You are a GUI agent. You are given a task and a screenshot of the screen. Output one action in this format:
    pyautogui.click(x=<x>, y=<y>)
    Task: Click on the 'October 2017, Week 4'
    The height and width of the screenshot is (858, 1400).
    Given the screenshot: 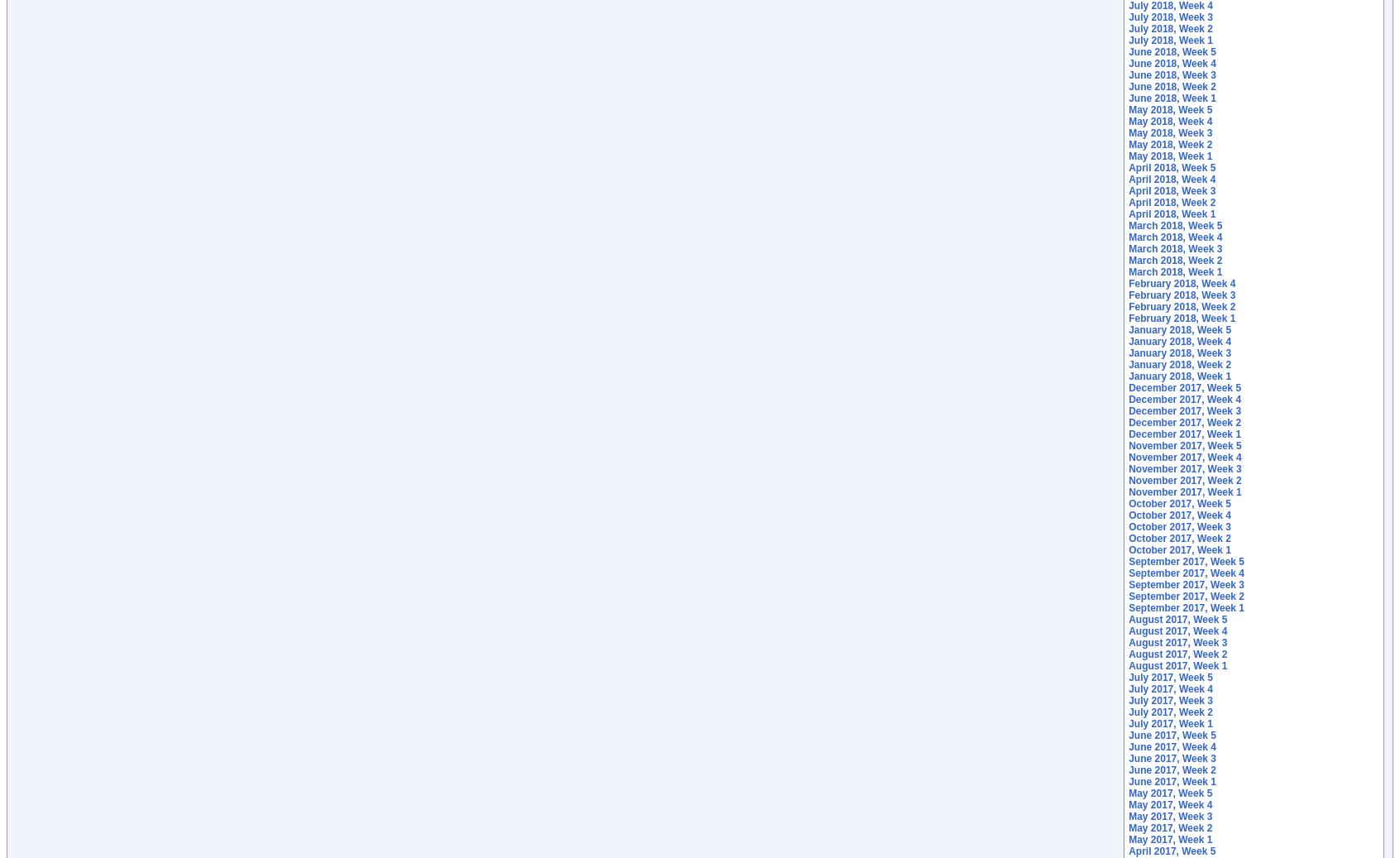 What is the action you would take?
    pyautogui.click(x=1179, y=515)
    